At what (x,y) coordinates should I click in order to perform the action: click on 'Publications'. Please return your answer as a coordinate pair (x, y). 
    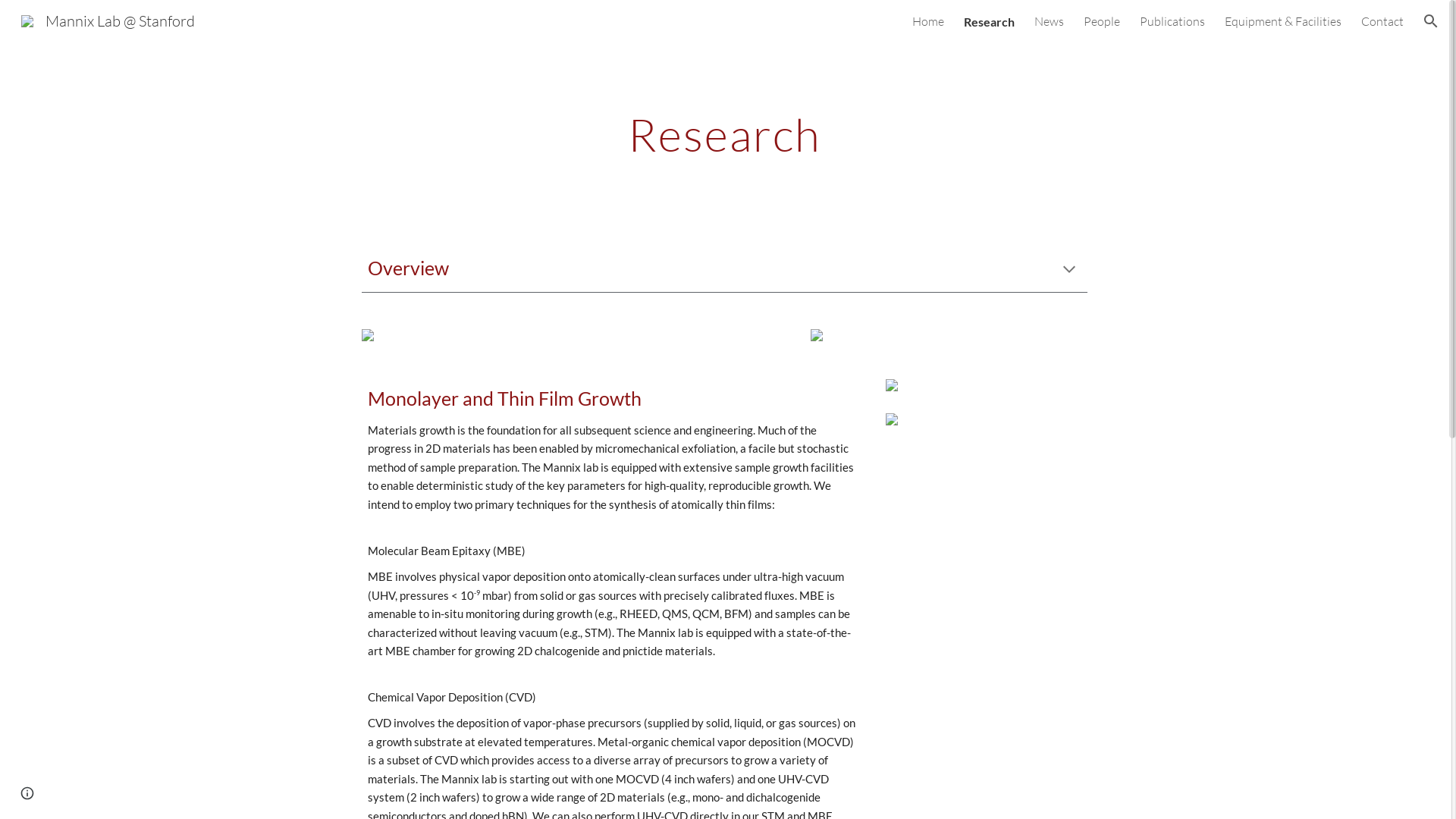
    Looking at the image, I should click on (1139, 20).